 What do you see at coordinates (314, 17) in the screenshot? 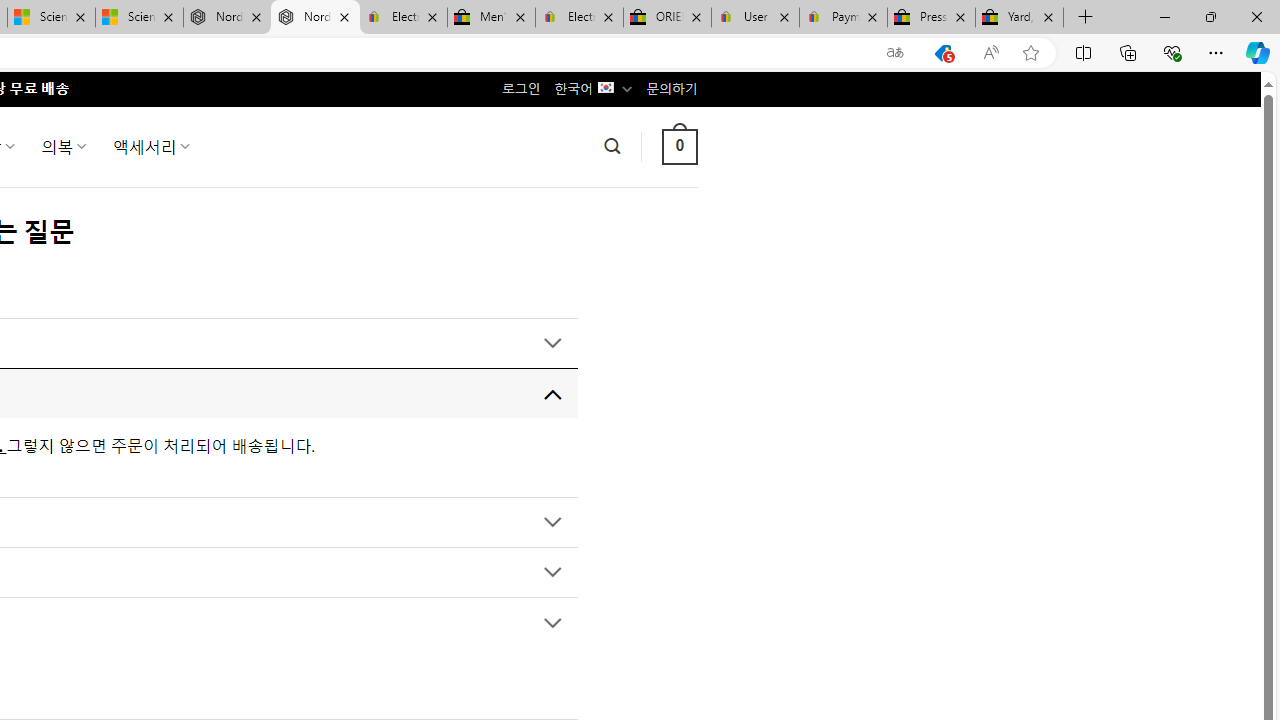
I see `'Nordace - FAQ'` at bounding box center [314, 17].